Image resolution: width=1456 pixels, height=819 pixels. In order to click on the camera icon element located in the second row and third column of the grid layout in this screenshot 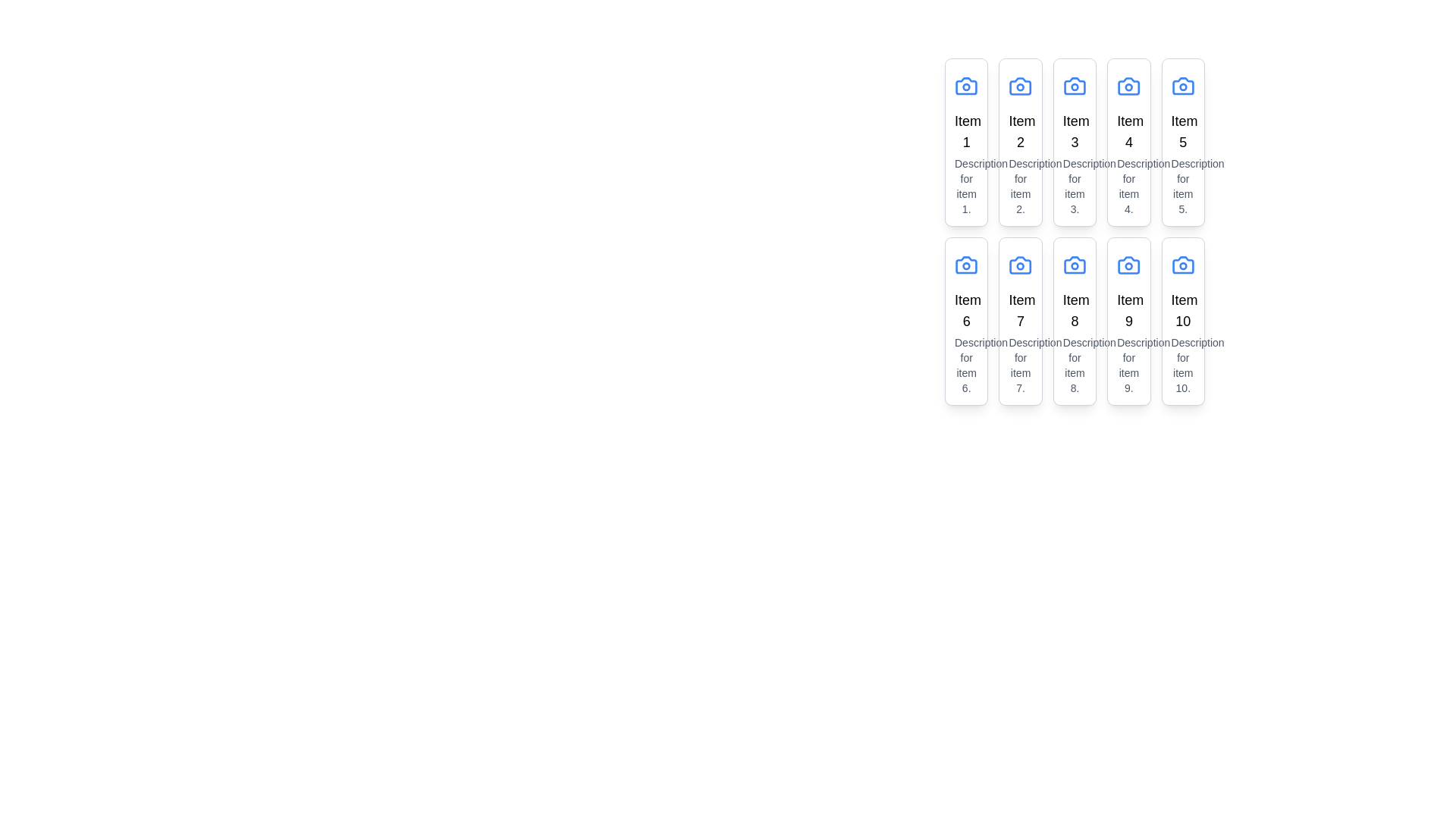, I will do `click(1074, 265)`.